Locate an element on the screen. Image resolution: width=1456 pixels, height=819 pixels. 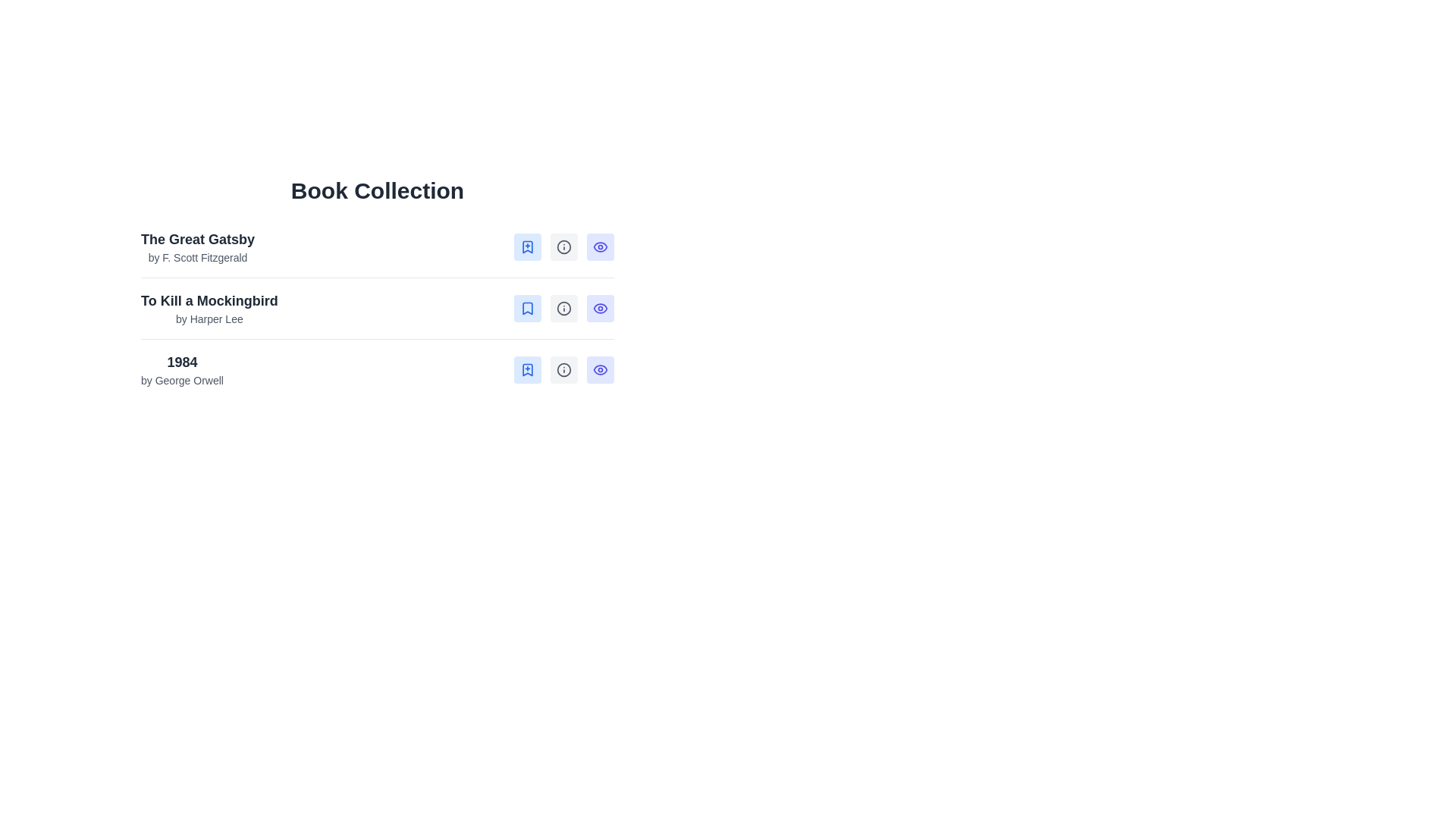
the text label displaying 'by Harper Lee', which is positioned below the title 'To Kill a Mockingbird' in the 'Book Collection' list is located at coordinates (209, 318).